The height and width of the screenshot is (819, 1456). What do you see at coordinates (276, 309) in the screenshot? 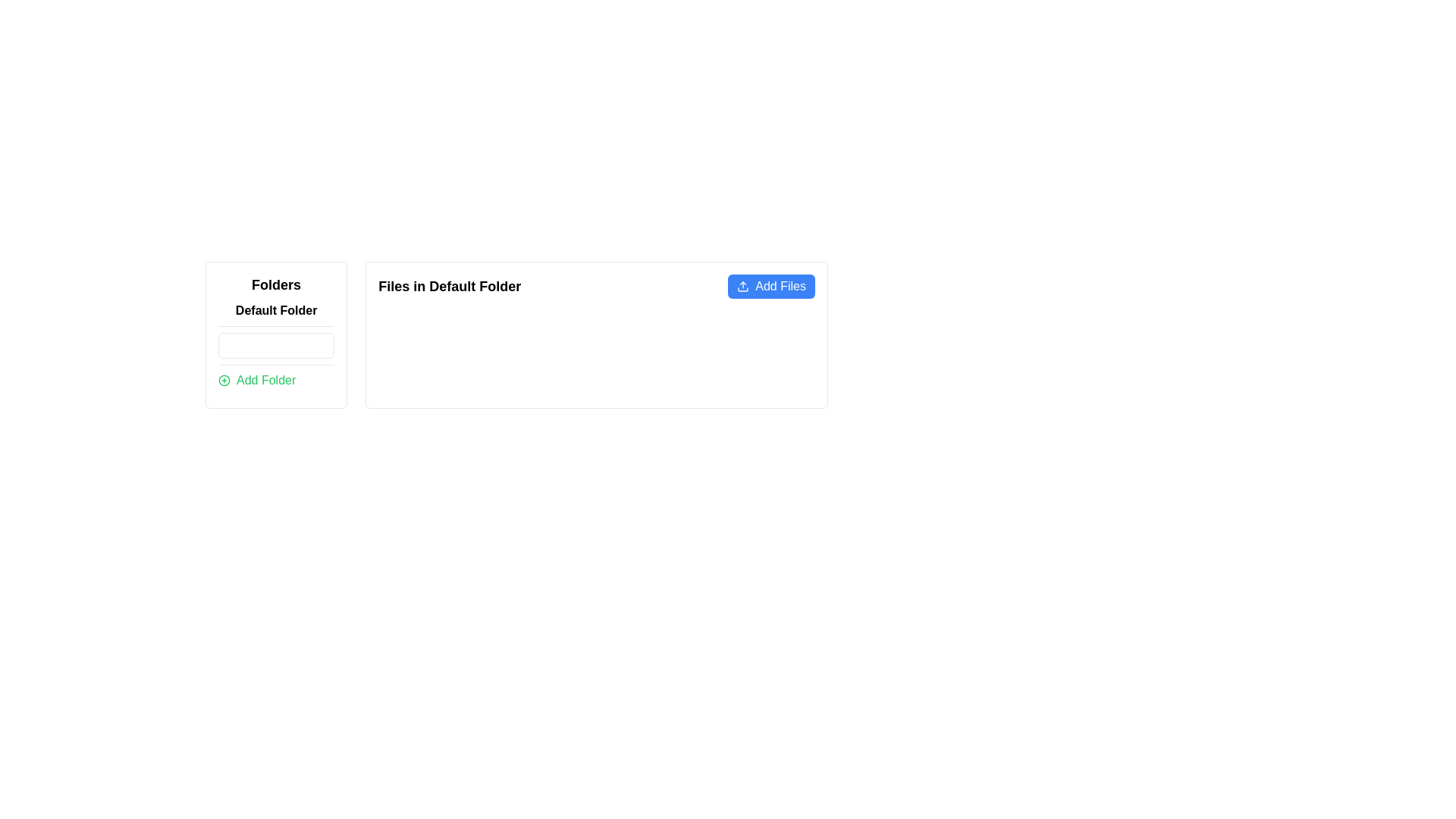
I see `the text label that identifies the 'Default Folder', which is the first item in the list of folder options` at bounding box center [276, 309].